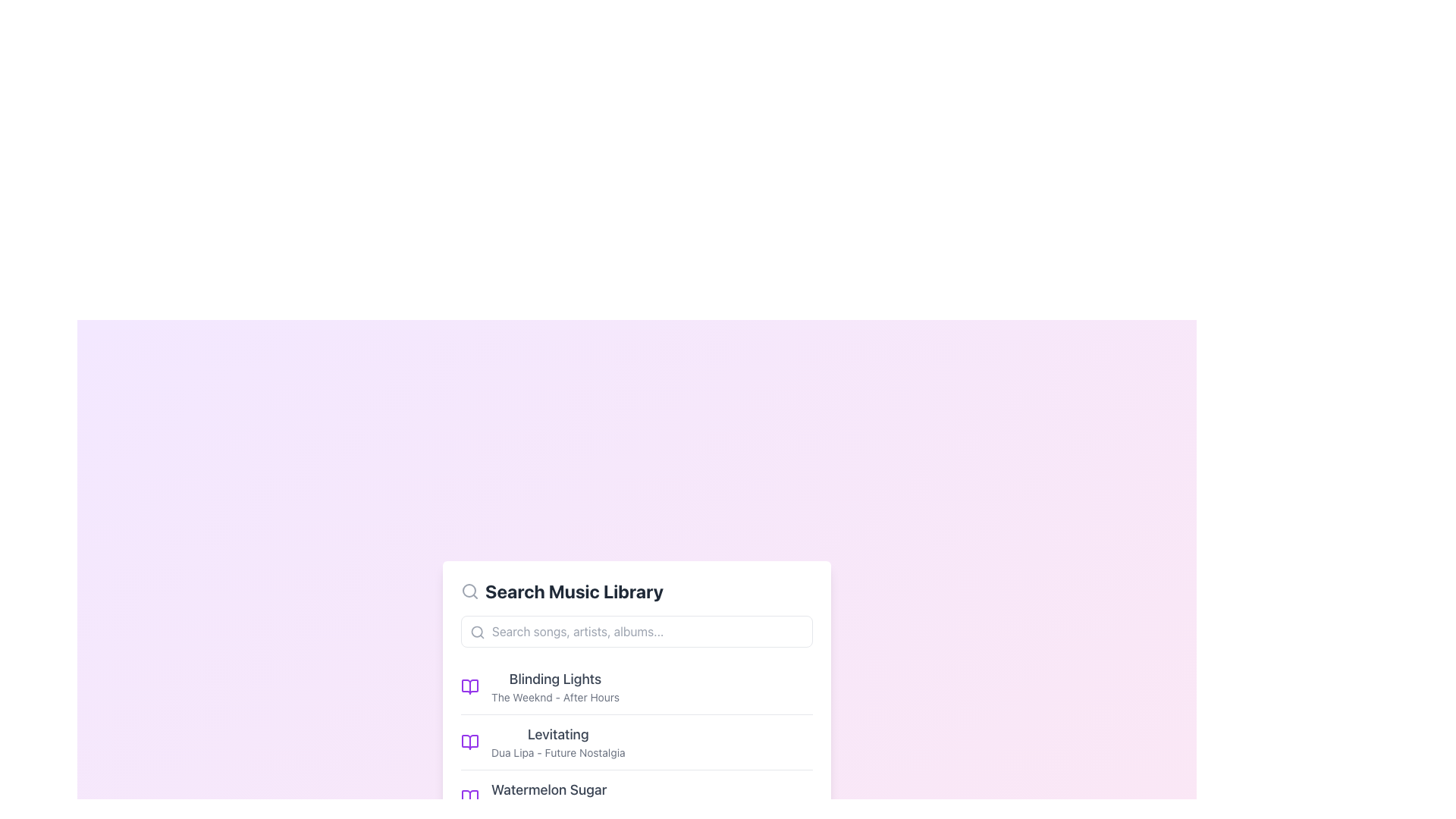  Describe the element at coordinates (469, 741) in the screenshot. I see `the SVG icon representing the song 'Levitating' located in the second row of the list under 'Search Music Library'` at that location.